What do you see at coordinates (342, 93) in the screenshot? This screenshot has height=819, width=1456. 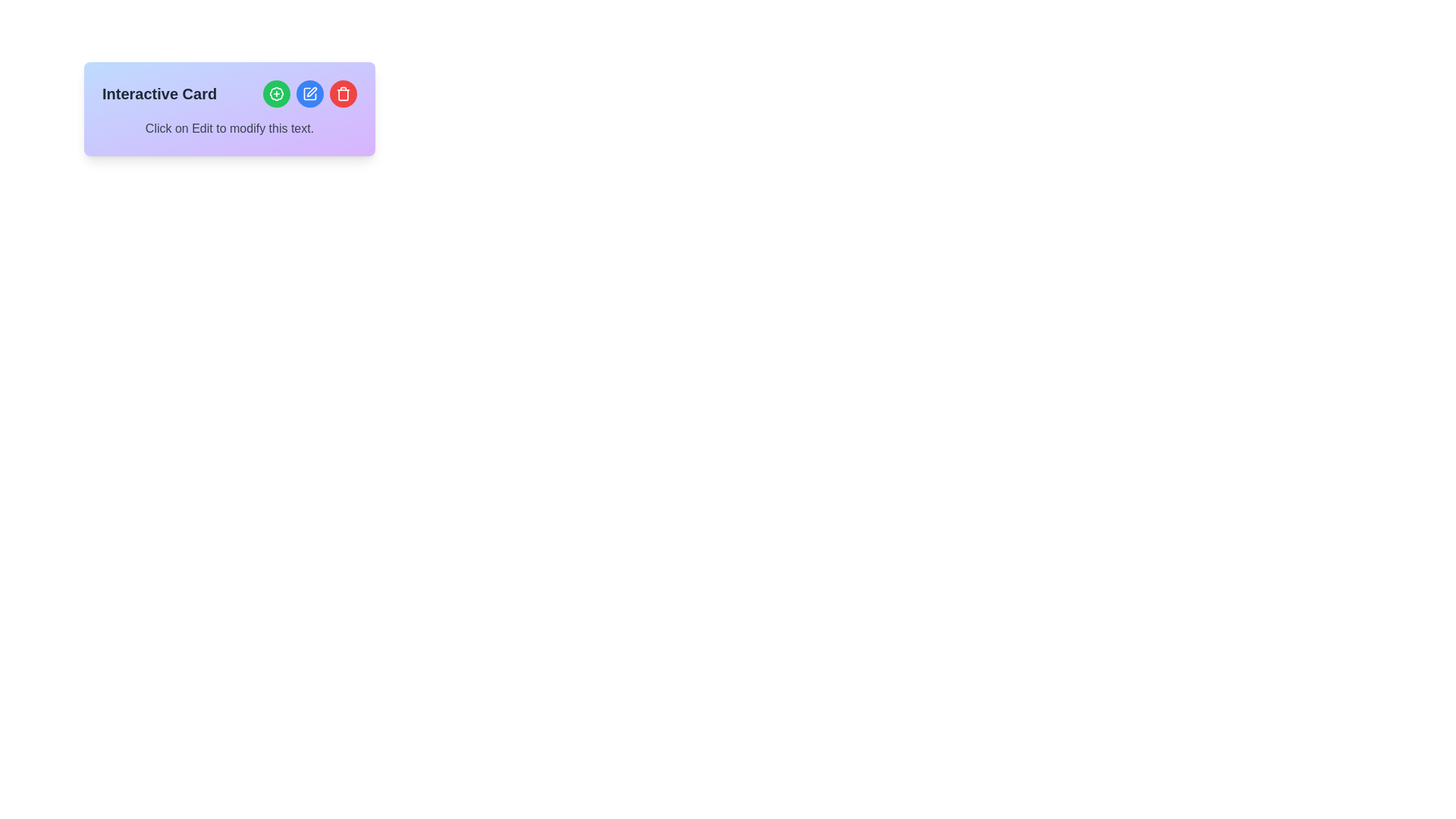 I see `the red trash can icon located in the top-right section of the card interface` at bounding box center [342, 93].